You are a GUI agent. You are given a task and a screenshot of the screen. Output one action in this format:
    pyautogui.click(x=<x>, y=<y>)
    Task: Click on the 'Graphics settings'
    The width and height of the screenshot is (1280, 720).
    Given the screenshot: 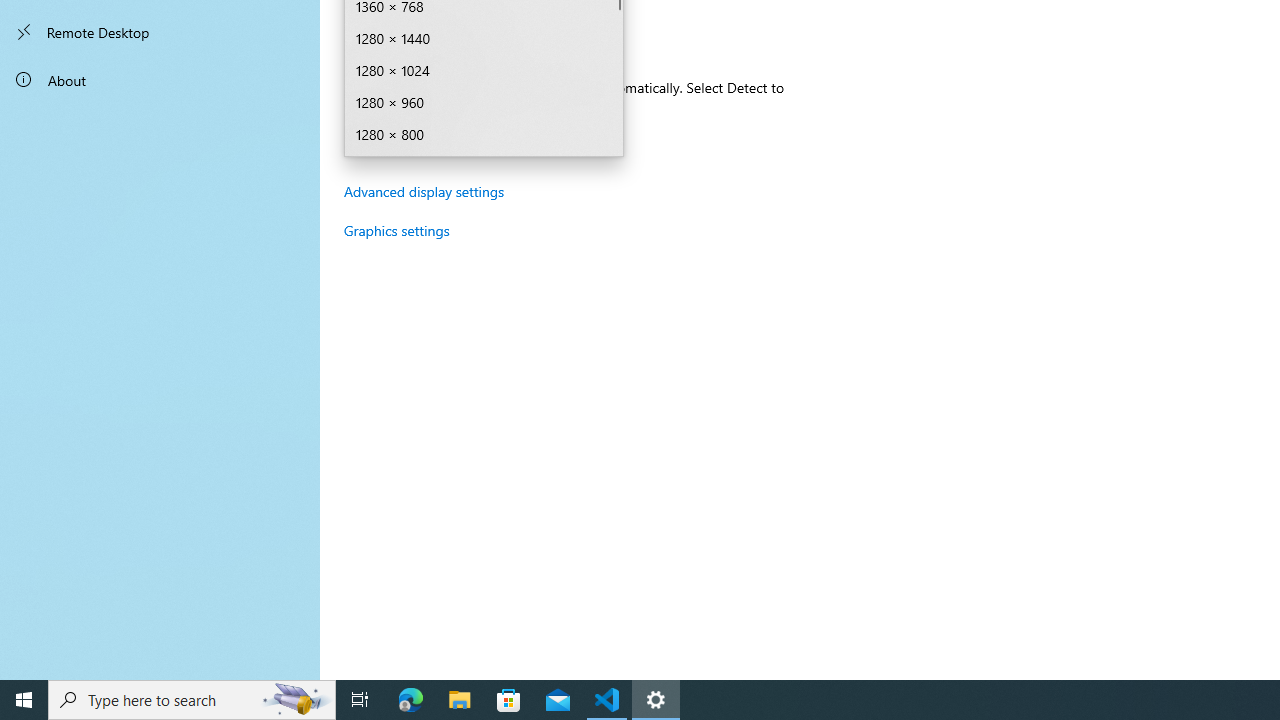 What is the action you would take?
    pyautogui.click(x=397, y=229)
    